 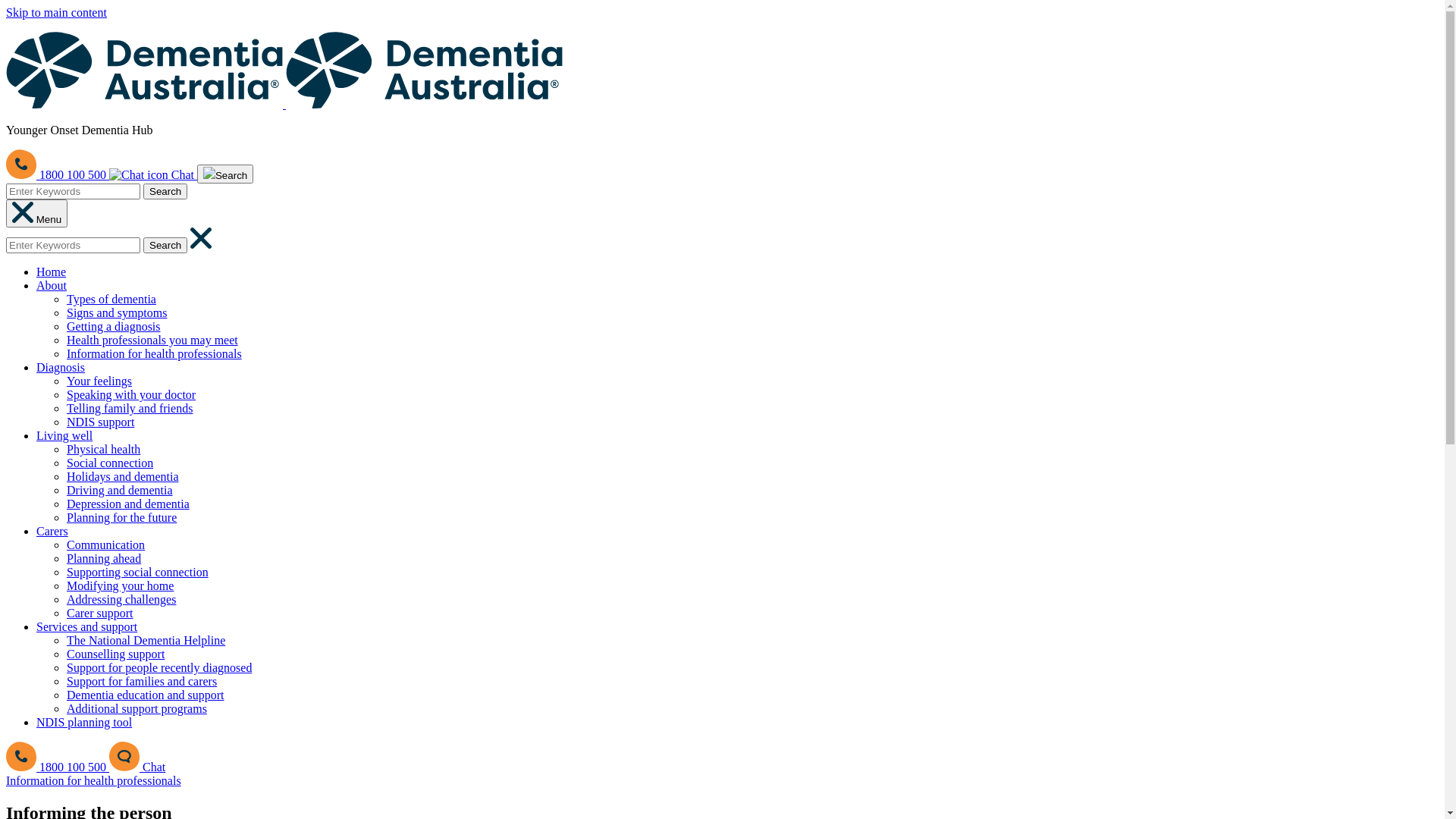 What do you see at coordinates (130, 407) in the screenshot?
I see `'Telling family and friends'` at bounding box center [130, 407].